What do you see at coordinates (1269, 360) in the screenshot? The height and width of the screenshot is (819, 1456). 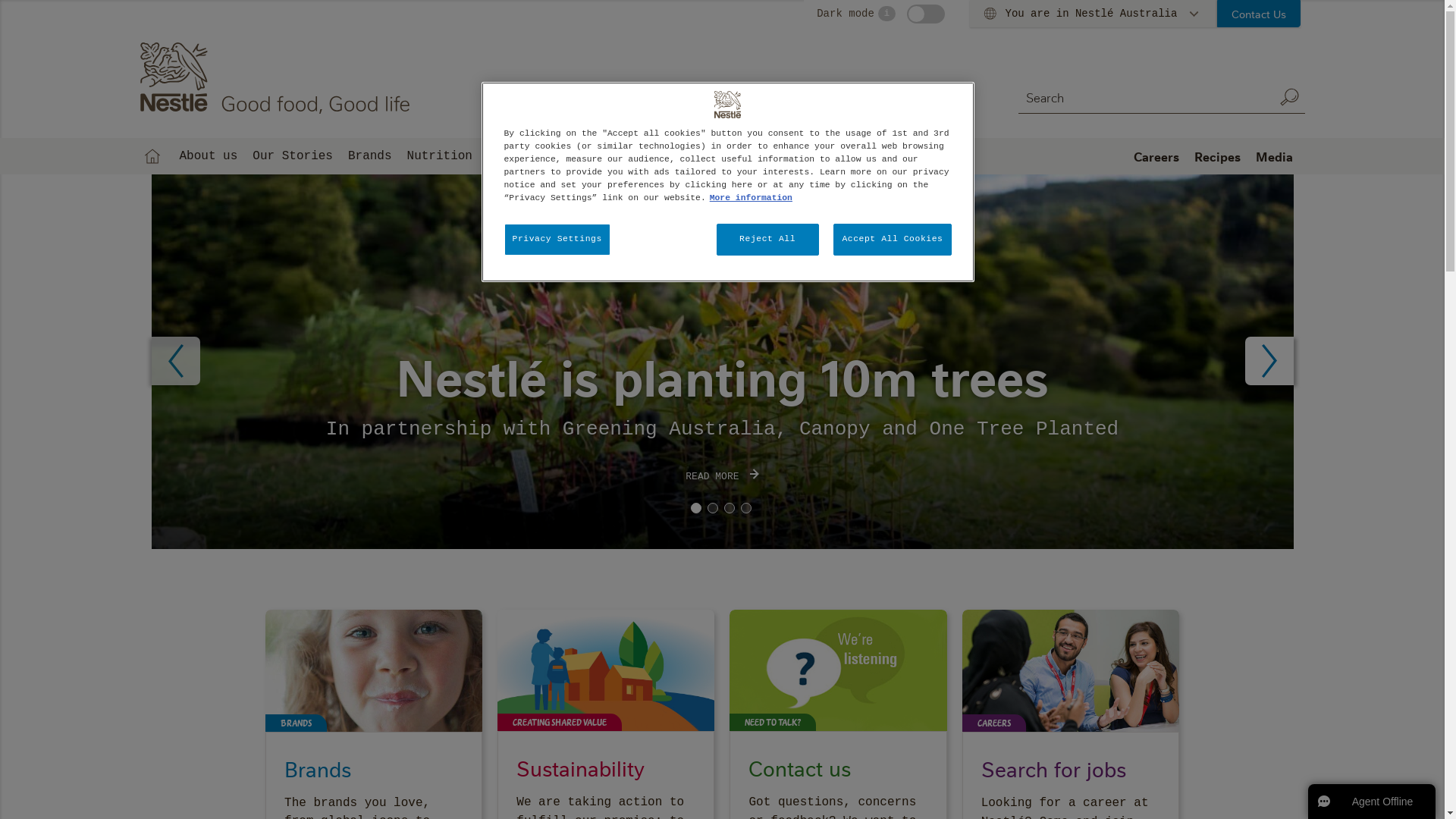 I see `'Next'` at bounding box center [1269, 360].